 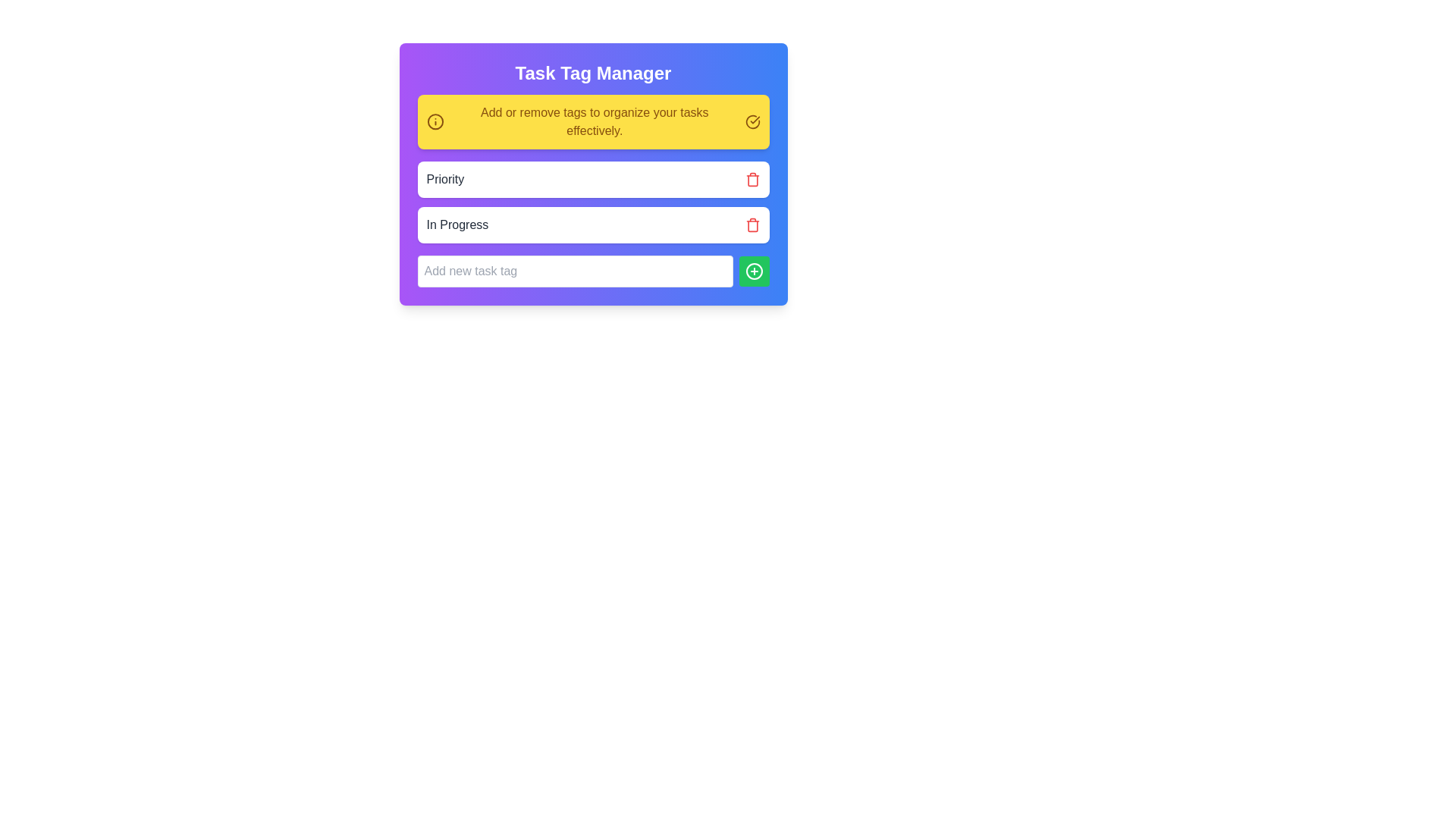 I want to click on the inner circular part of the SVG graphic that is part of the 'info' icon, located at the top-left corner of a yellow rectangular area in the 'Task Tag Manager' panel, so click(x=435, y=121).